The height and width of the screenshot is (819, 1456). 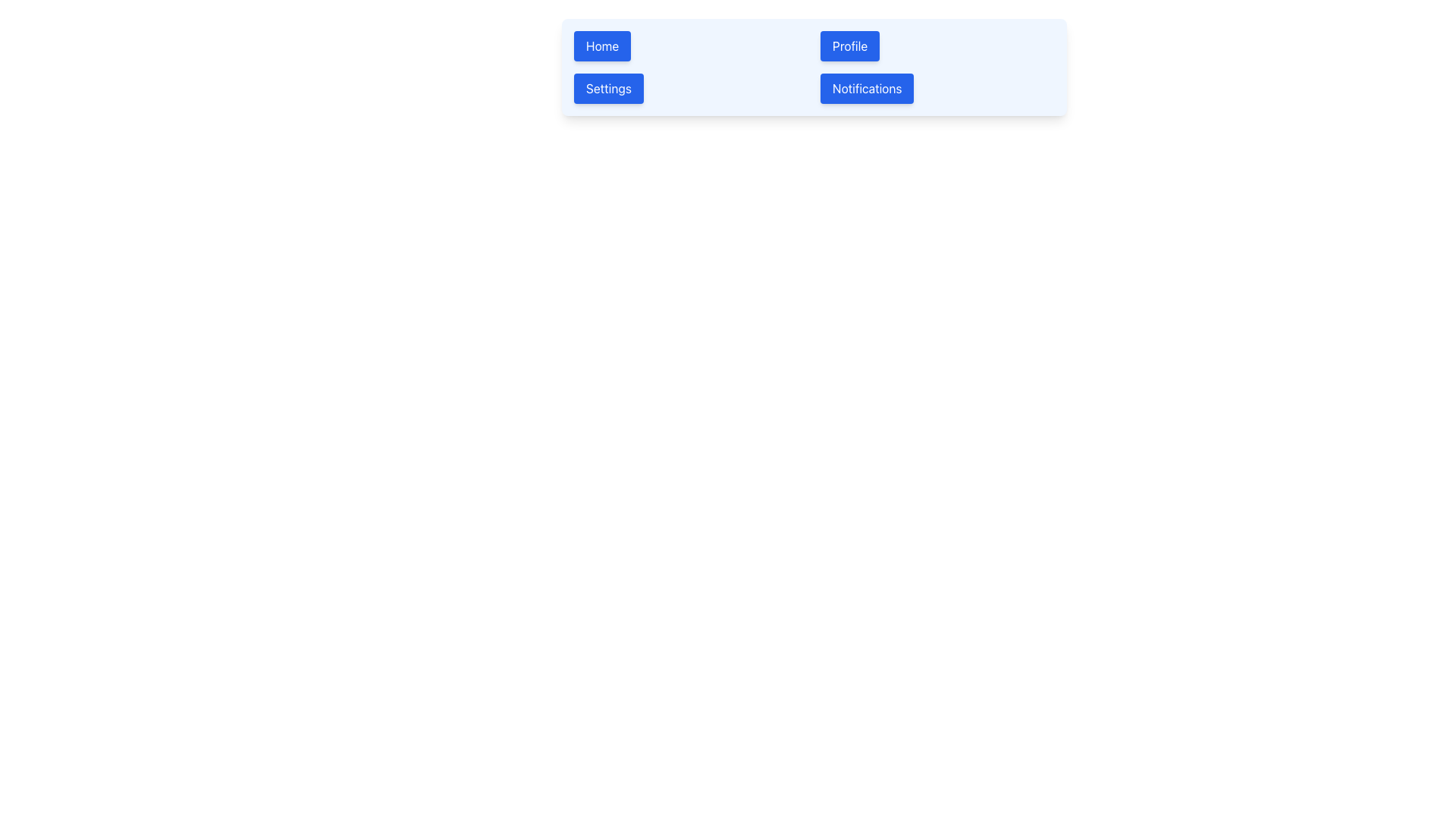 I want to click on the notifications button located at the far-right of the navigational elements, adjacent to the 'Profile' button, so click(x=867, y=88).